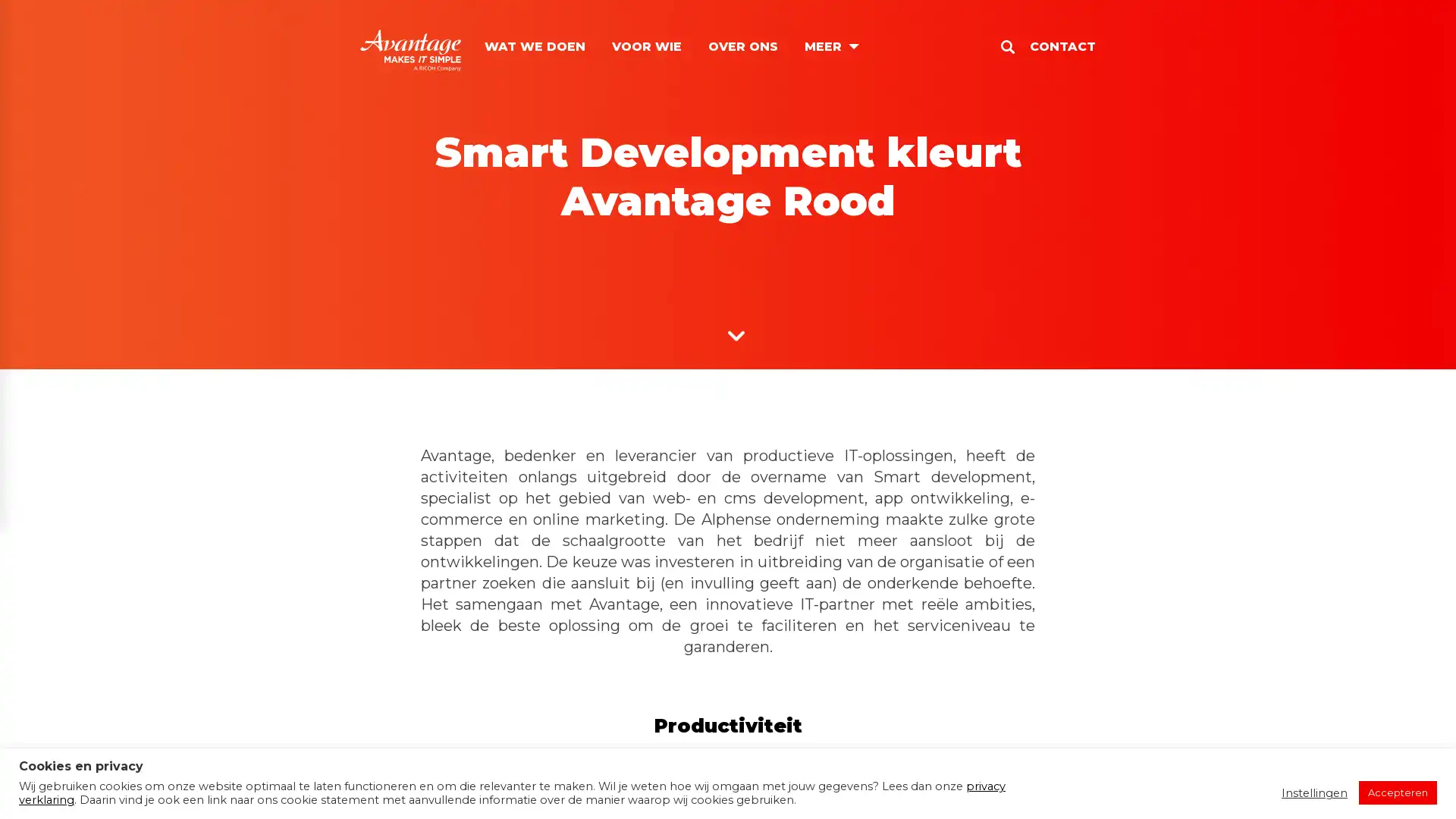  I want to click on Accepteren, so click(1397, 792).